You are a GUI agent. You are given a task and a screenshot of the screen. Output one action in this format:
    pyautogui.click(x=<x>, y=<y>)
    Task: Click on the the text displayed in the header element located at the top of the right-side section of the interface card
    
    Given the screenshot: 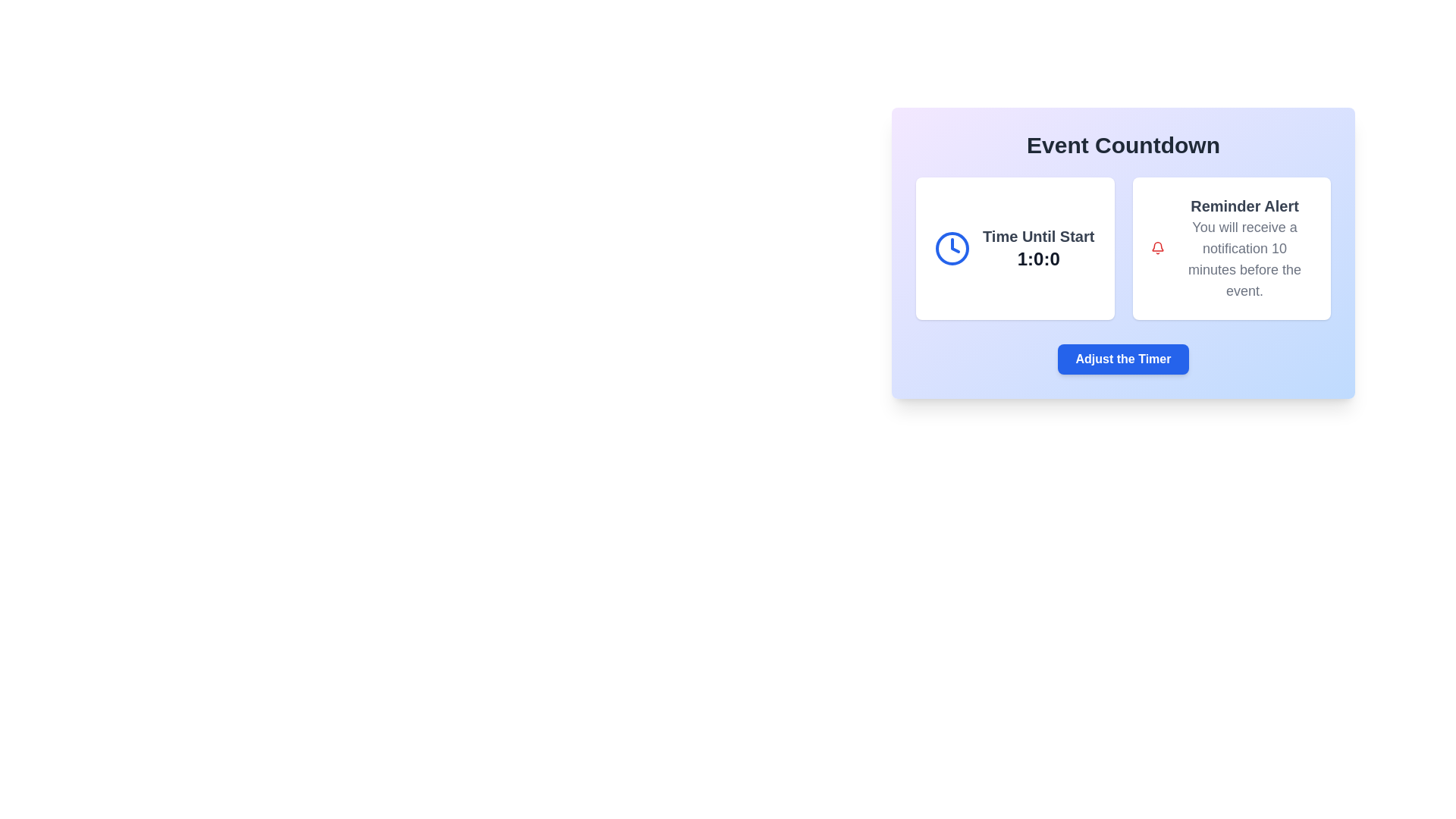 What is the action you would take?
    pyautogui.click(x=1244, y=206)
    